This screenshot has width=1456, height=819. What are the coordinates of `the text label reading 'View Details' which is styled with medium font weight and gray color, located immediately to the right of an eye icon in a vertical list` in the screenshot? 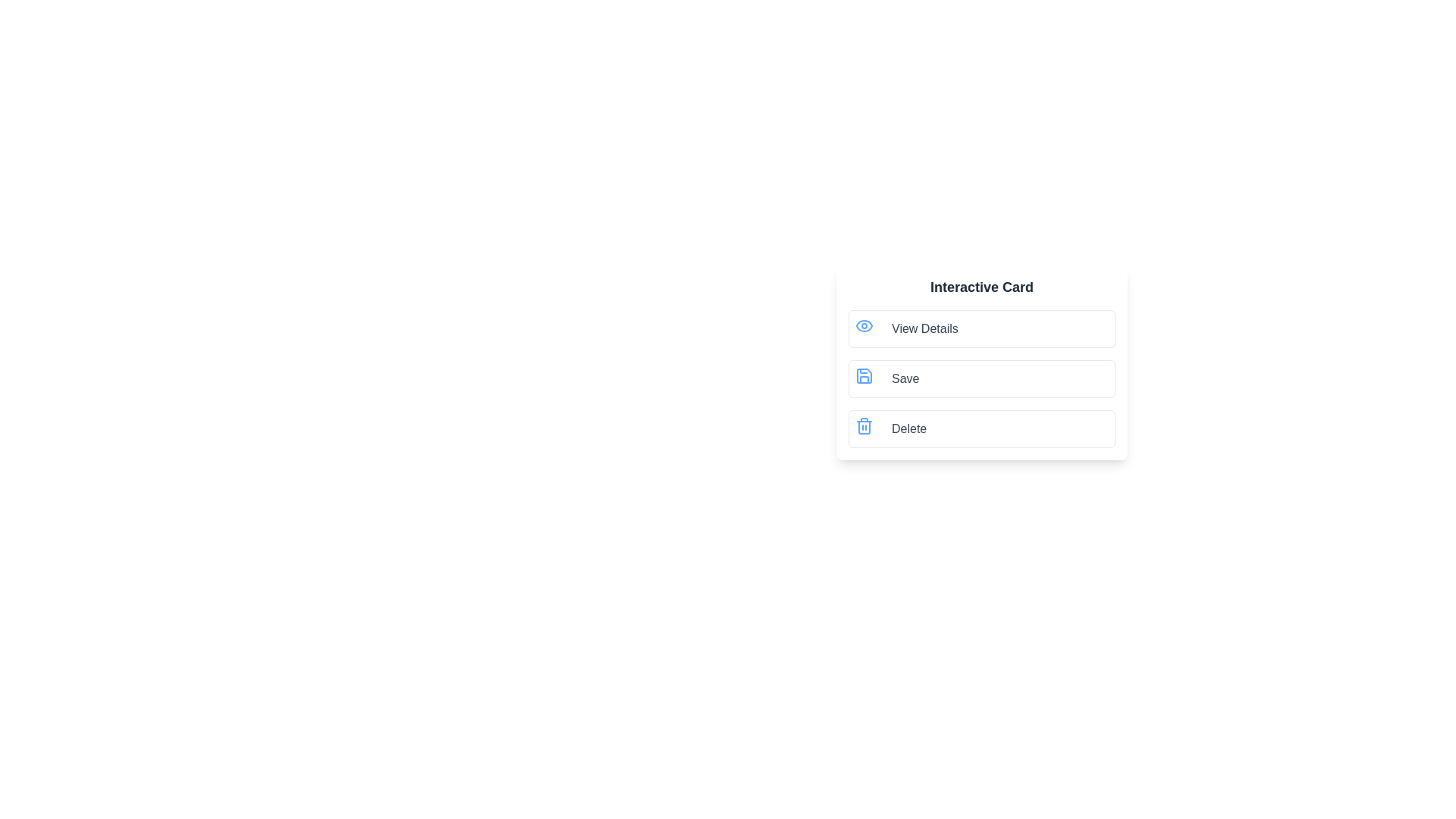 It's located at (924, 328).